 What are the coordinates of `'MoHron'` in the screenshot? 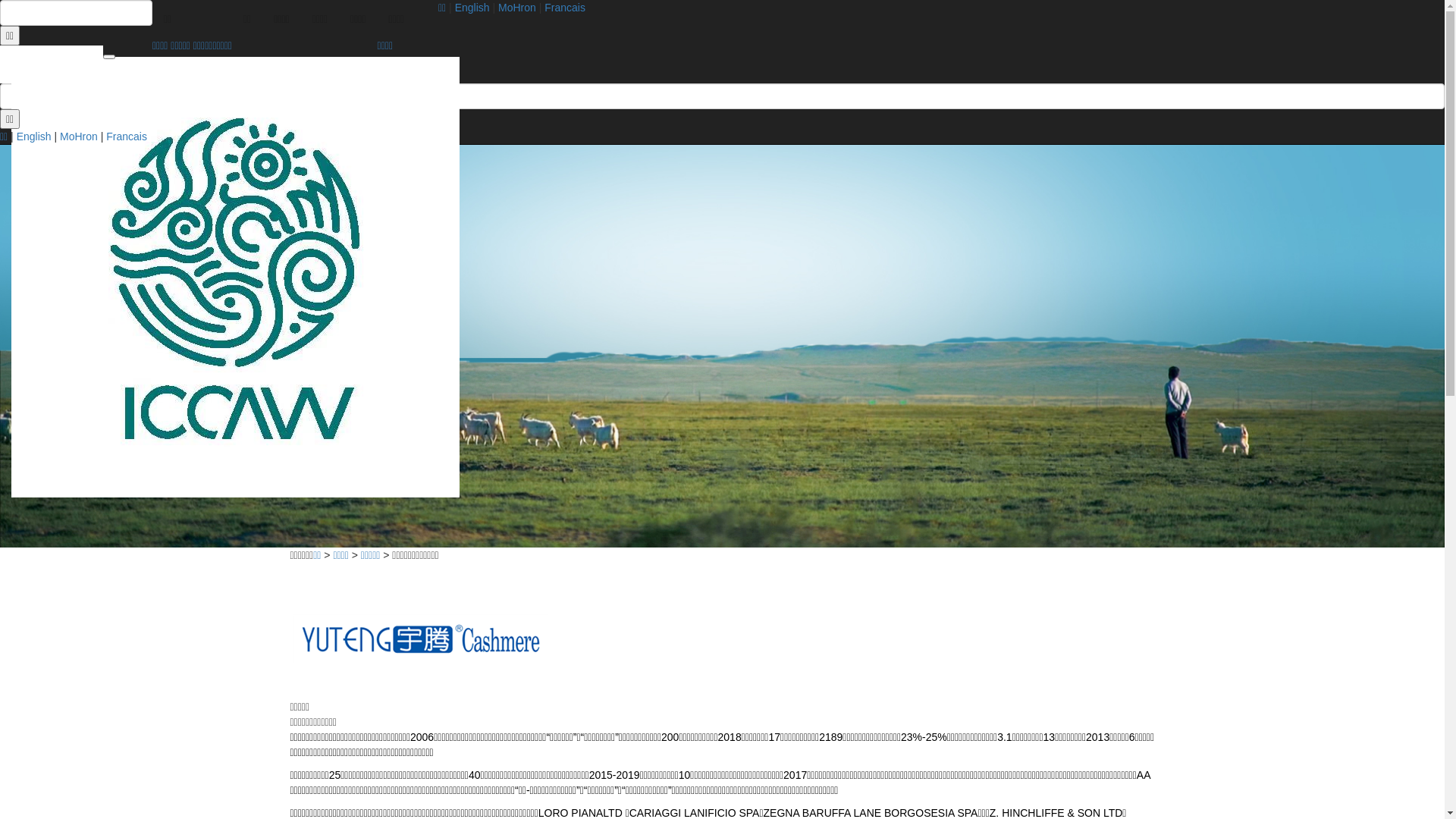 It's located at (516, 8).